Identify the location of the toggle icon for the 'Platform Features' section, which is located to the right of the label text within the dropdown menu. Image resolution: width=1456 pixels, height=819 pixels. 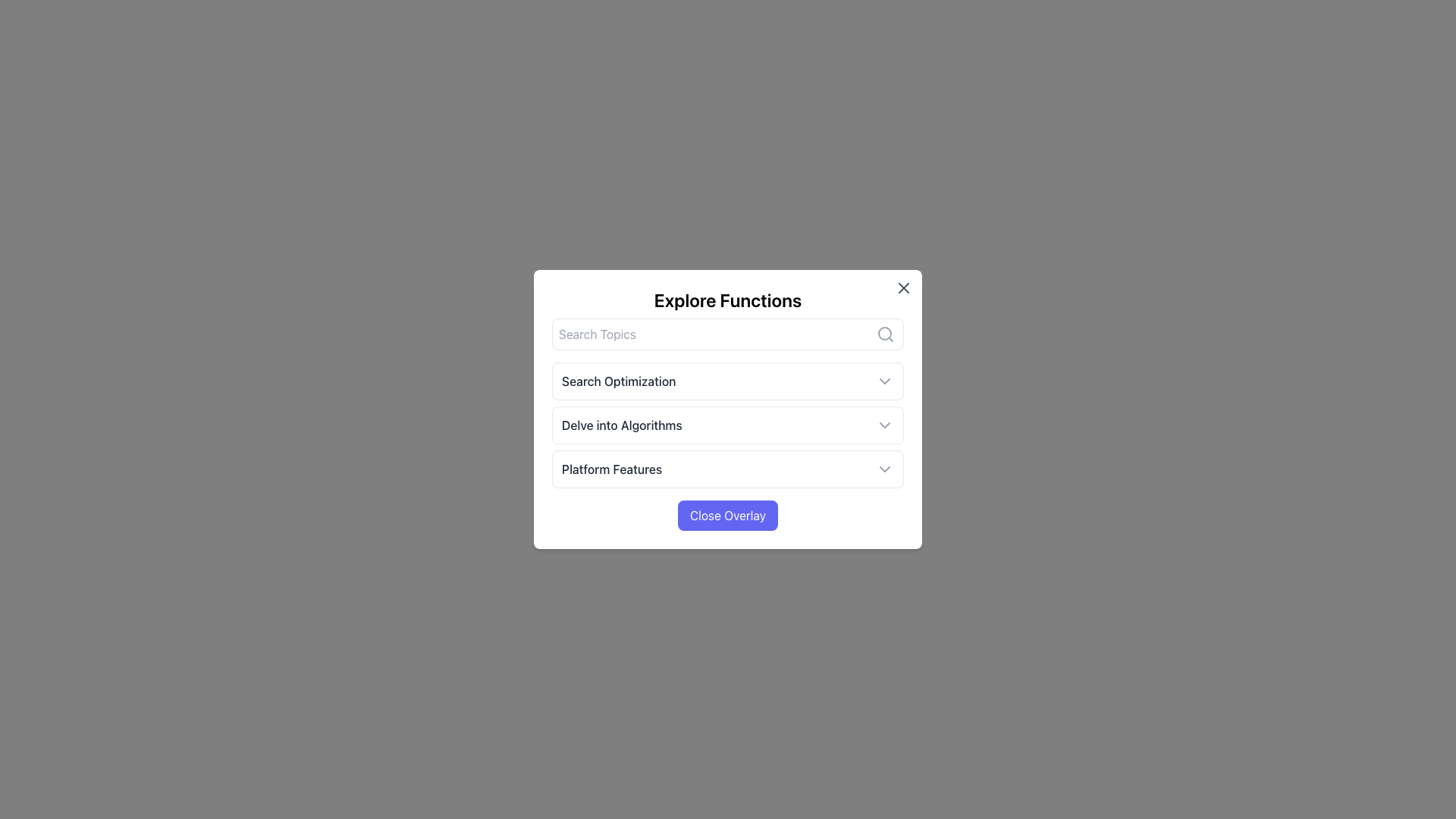
(884, 468).